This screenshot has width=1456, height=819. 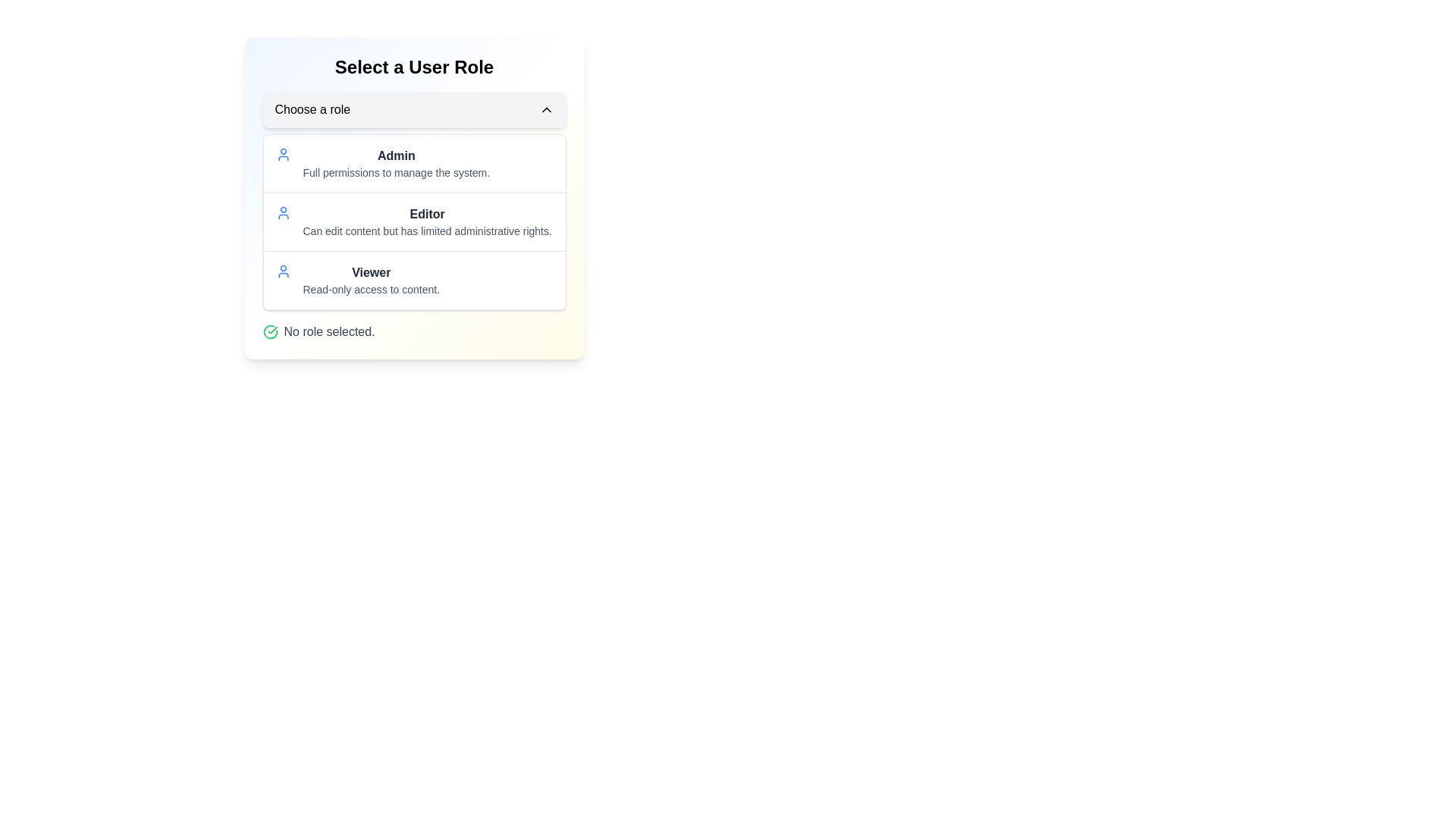 What do you see at coordinates (426, 222) in the screenshot?
I see `'Editor' text label which is styled as bold, followed by its description indicating limited administrative rights. This element is the second item in a vertical list of options, positioned between 'Admin' and 'Viewer'` at bounding box center [426, 222].